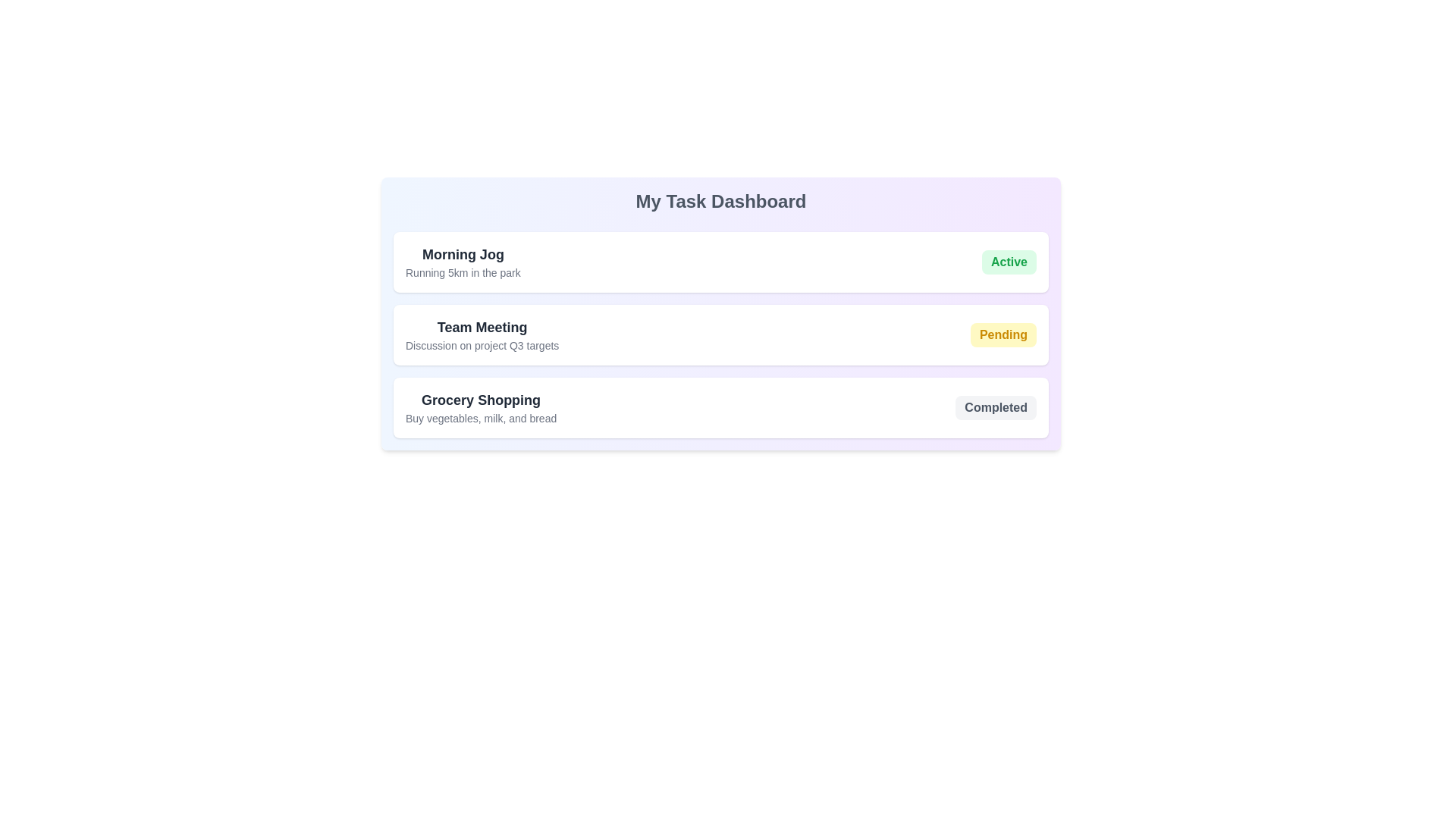 This screenshot has height=819, width=1456. I want to click on the text 'Morning Jog' to select it, so click(462, 253).